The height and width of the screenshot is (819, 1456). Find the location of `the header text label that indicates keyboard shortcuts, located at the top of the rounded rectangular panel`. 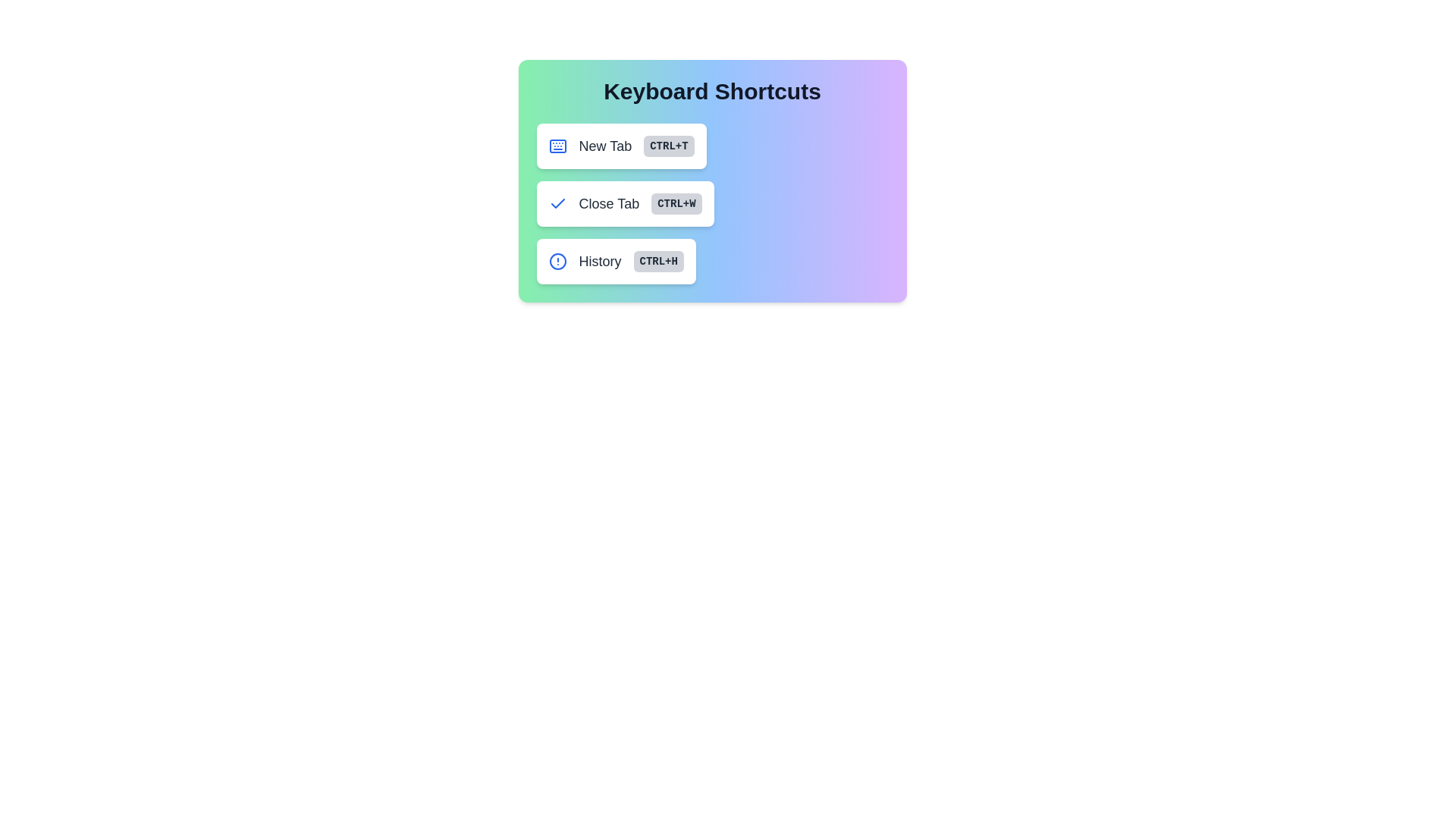

the header text label that indicates keyboard shortcuts, located at the top of the rounded rectangular panel is located at coordinates (711, 91).